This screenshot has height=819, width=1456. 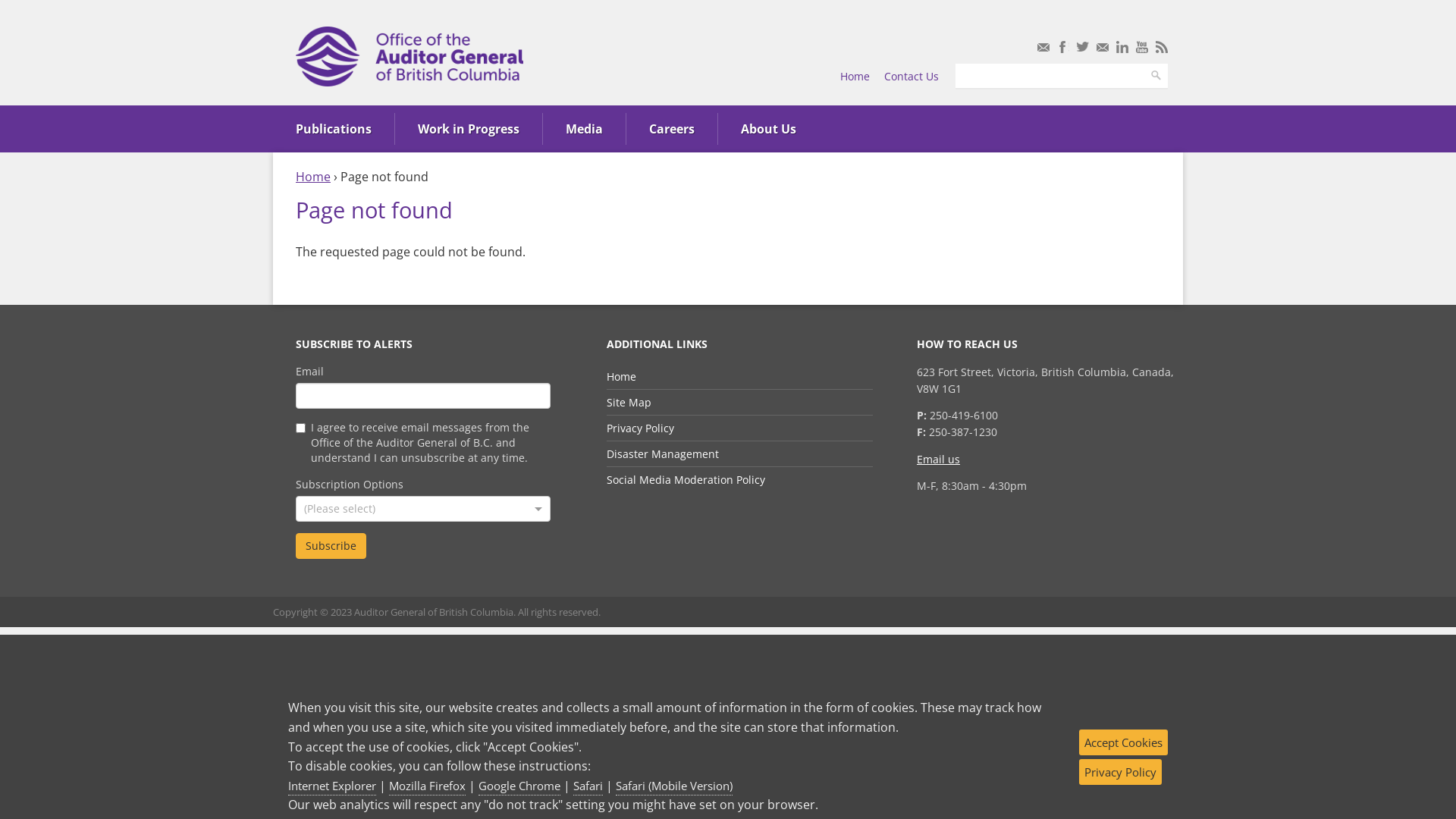 I want to click on 'Home', so click(x=855, y=76).